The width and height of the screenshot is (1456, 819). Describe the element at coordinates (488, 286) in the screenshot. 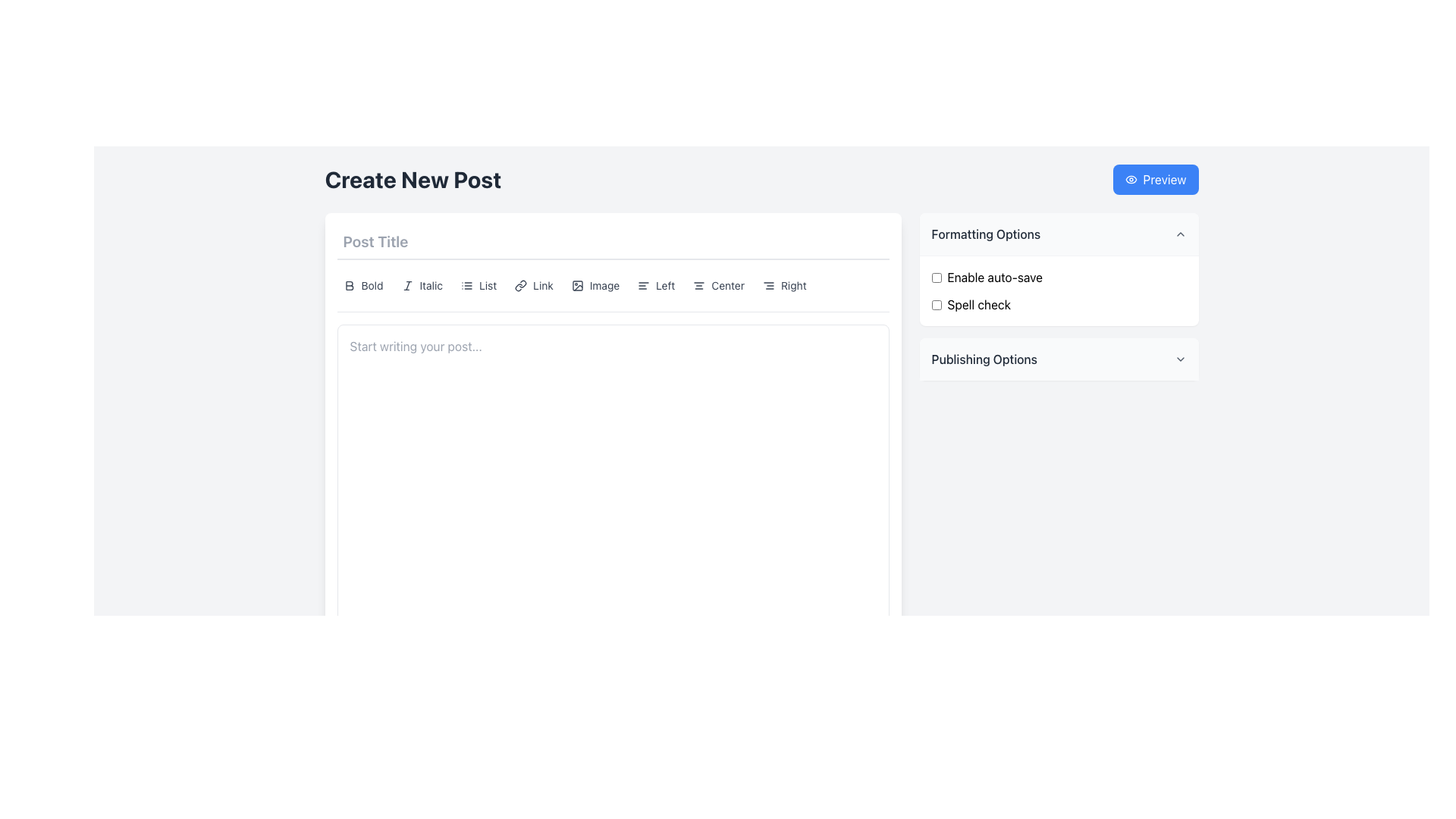

I see `the 'List' label in the top toolbar of the 'Create New Post' interface, which is styled with a smaller font size and gray color` at that location.